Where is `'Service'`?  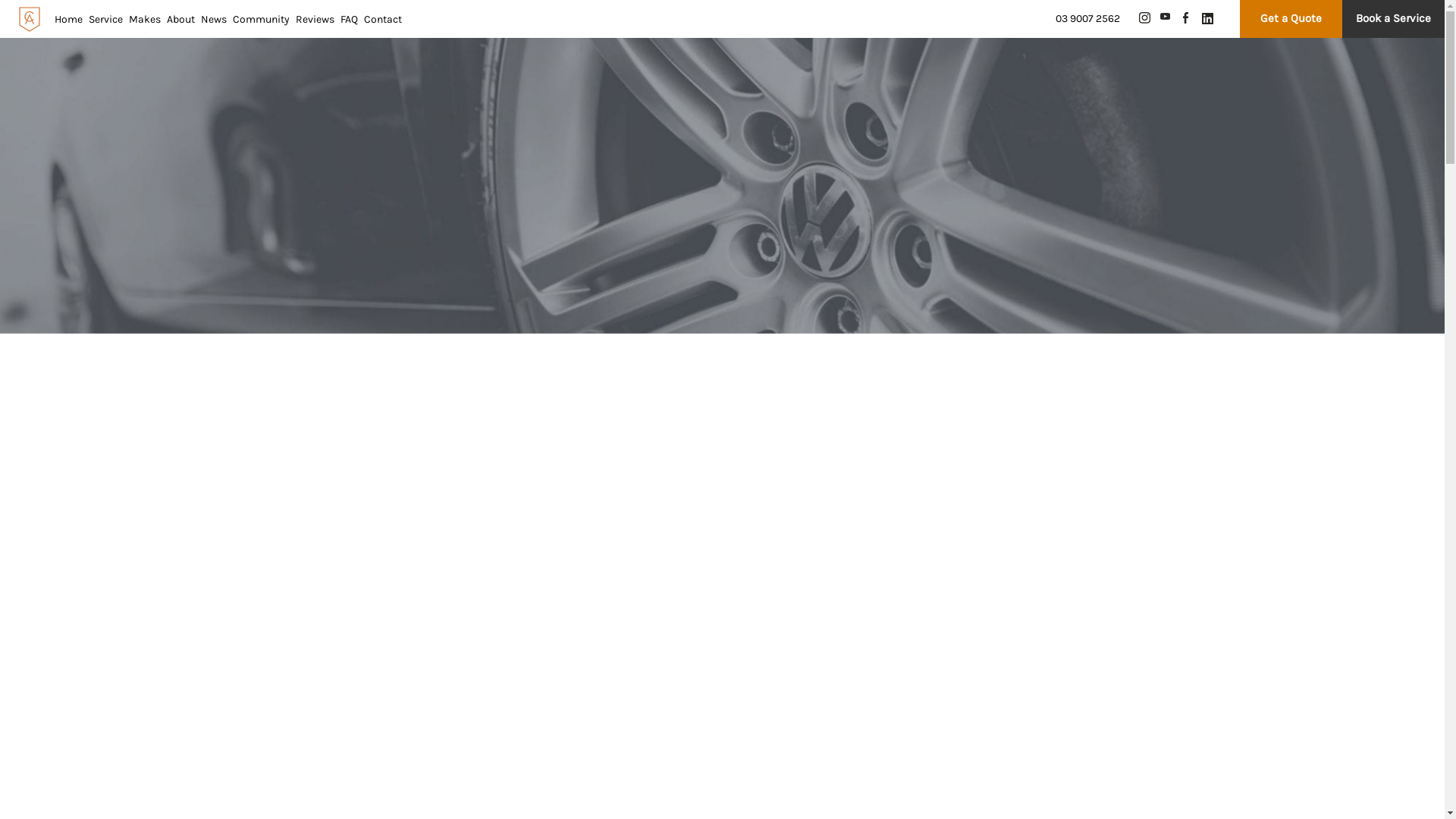
'Service' is located at coordinates (105, 19).